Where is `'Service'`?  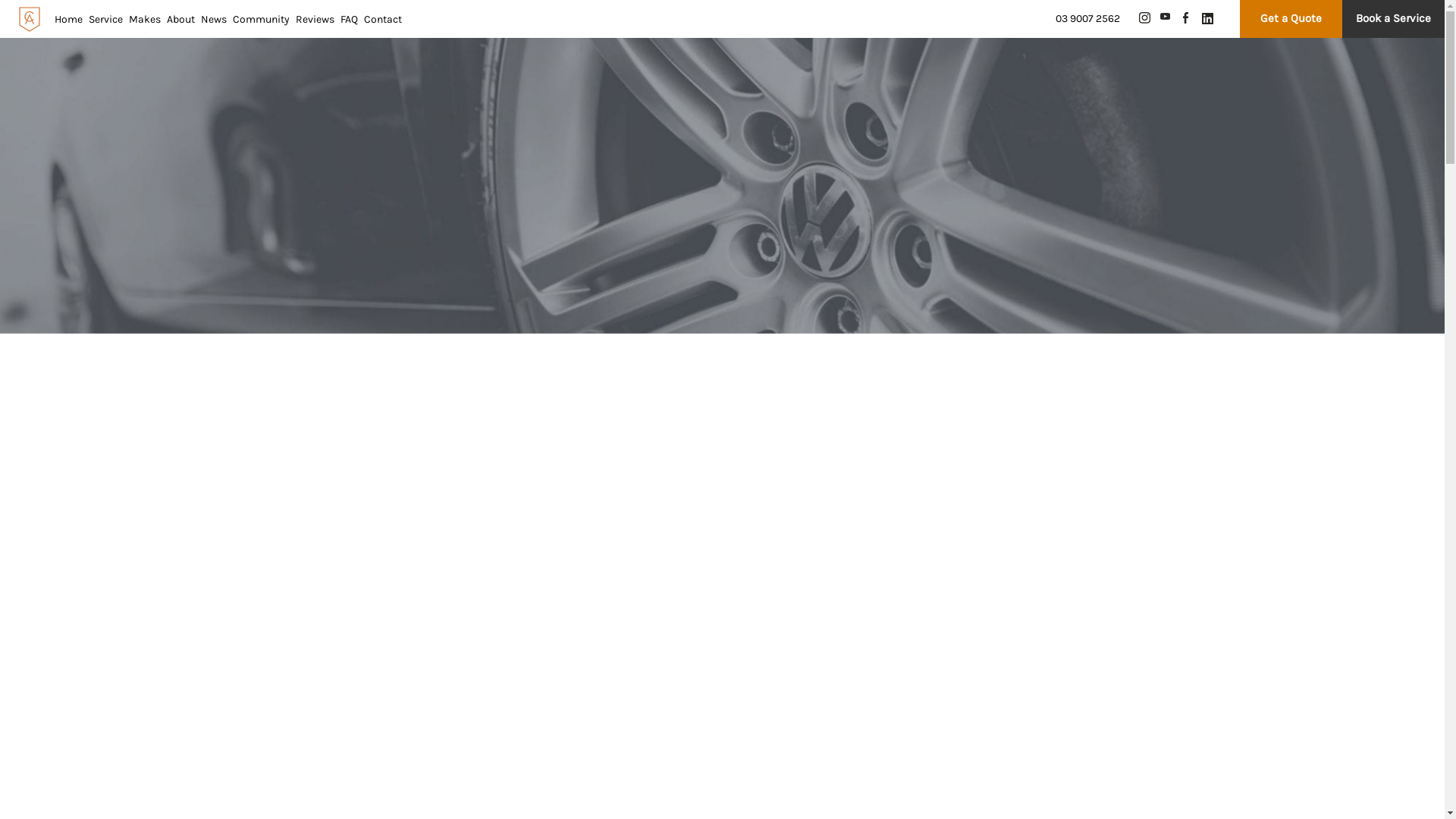
'Service' is located at coordinates (105, 19).